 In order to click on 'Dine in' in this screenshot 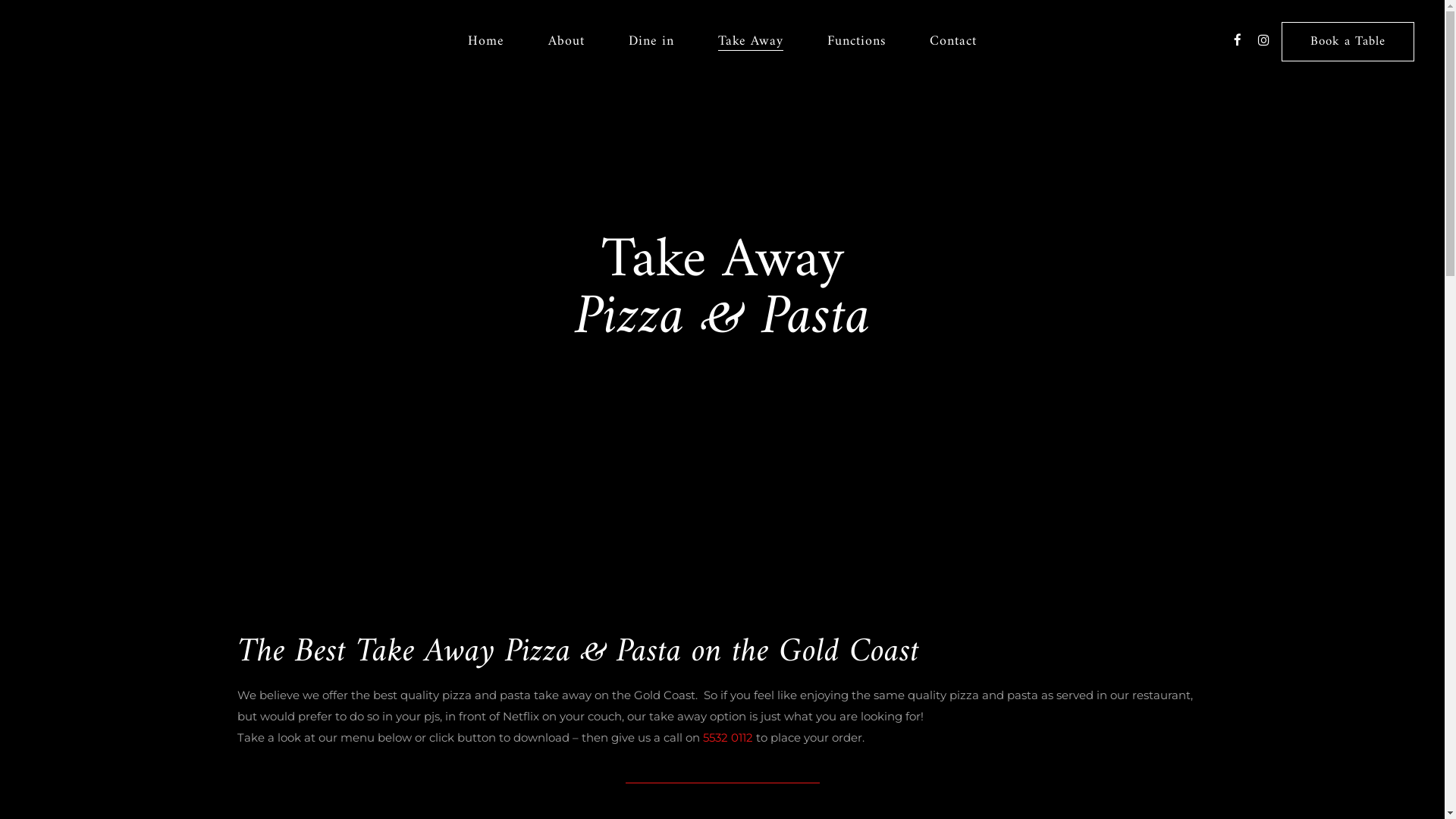, I will do `click(651, 40)`.